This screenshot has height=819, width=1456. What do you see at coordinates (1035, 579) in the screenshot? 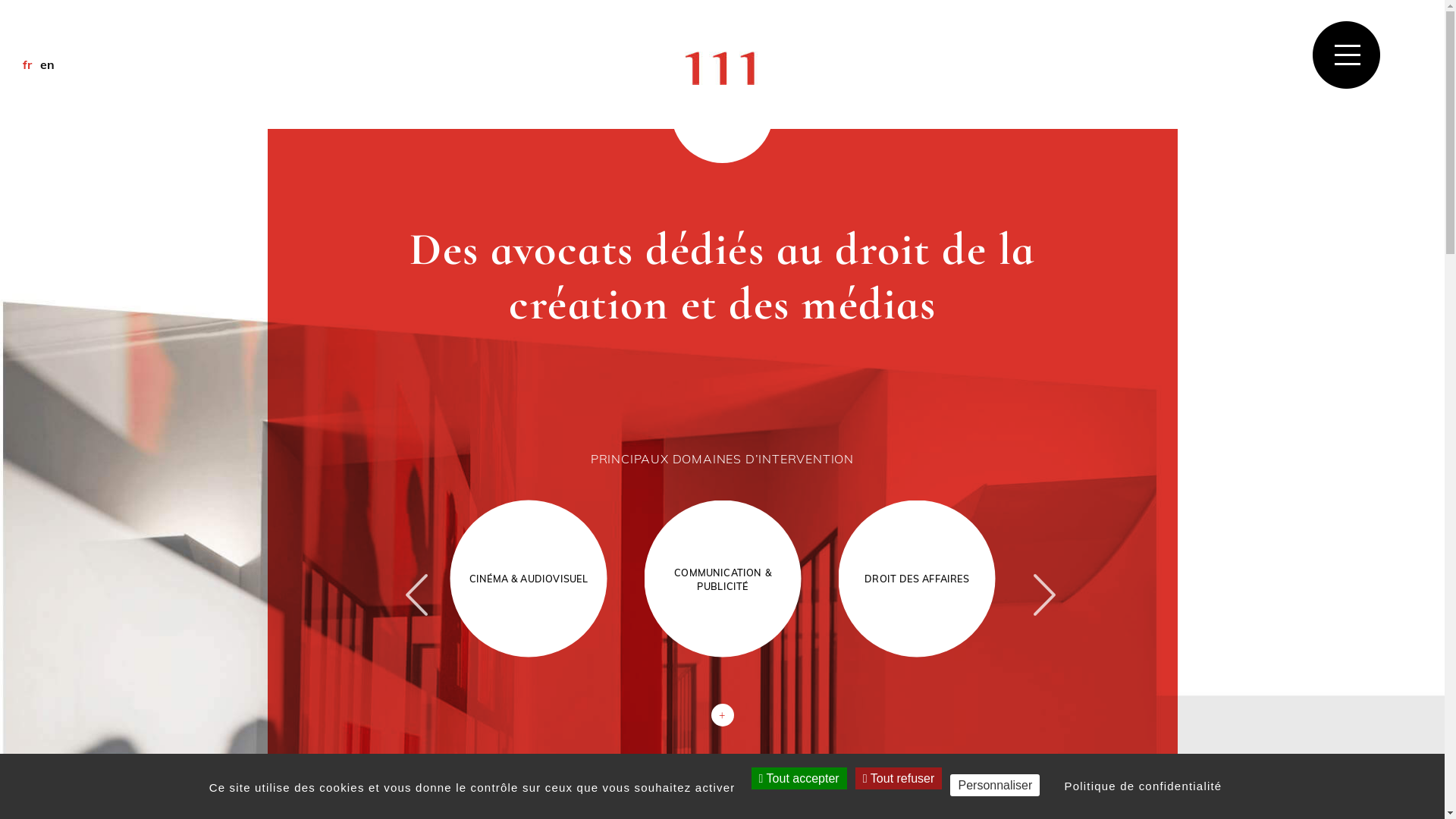
I see `'Next'` at bounding box center [1035, 579].